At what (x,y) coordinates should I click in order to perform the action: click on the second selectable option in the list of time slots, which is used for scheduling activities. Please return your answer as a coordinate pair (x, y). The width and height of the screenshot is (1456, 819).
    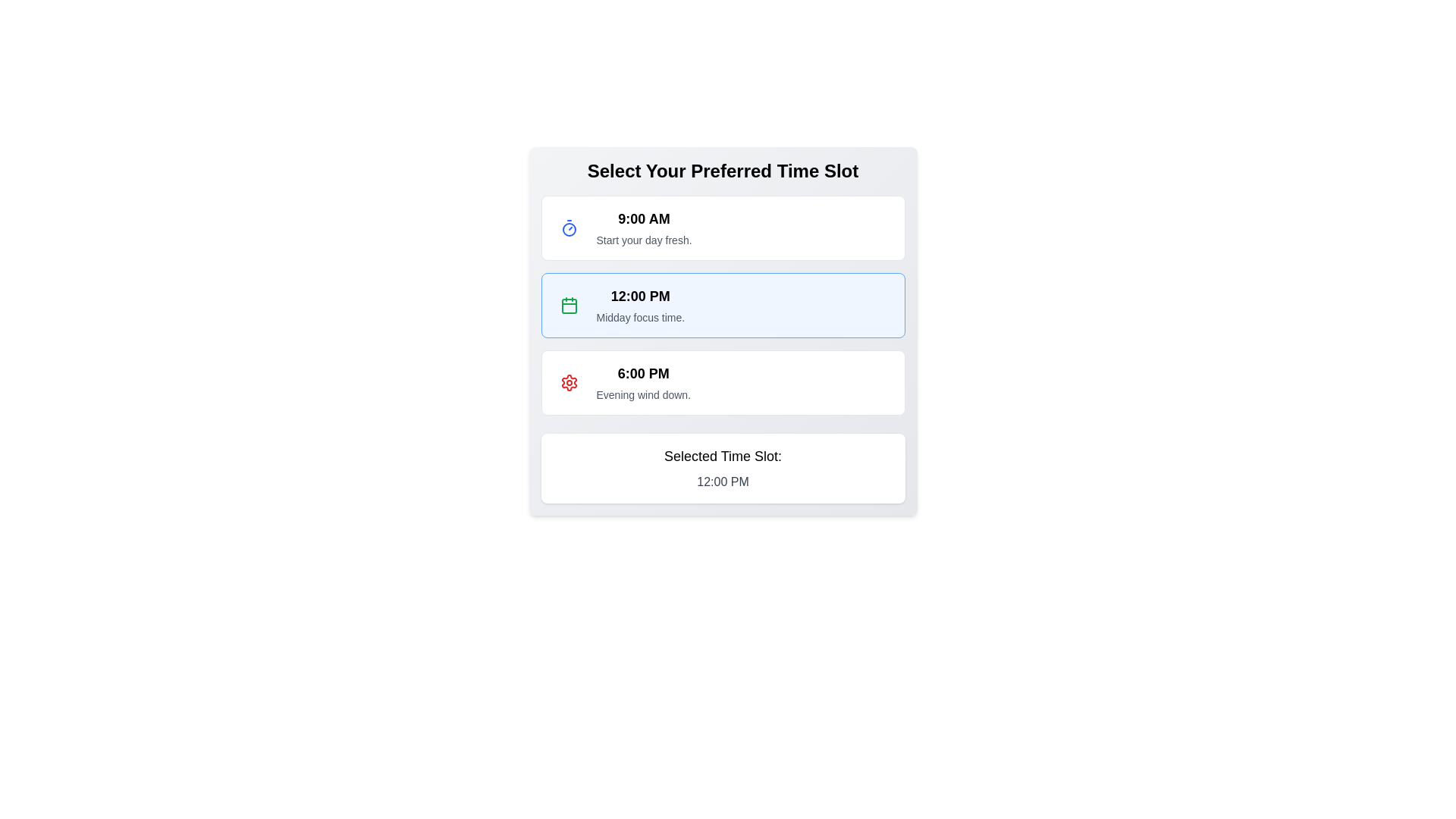
    Looking at the image, I should click on (722, 305).